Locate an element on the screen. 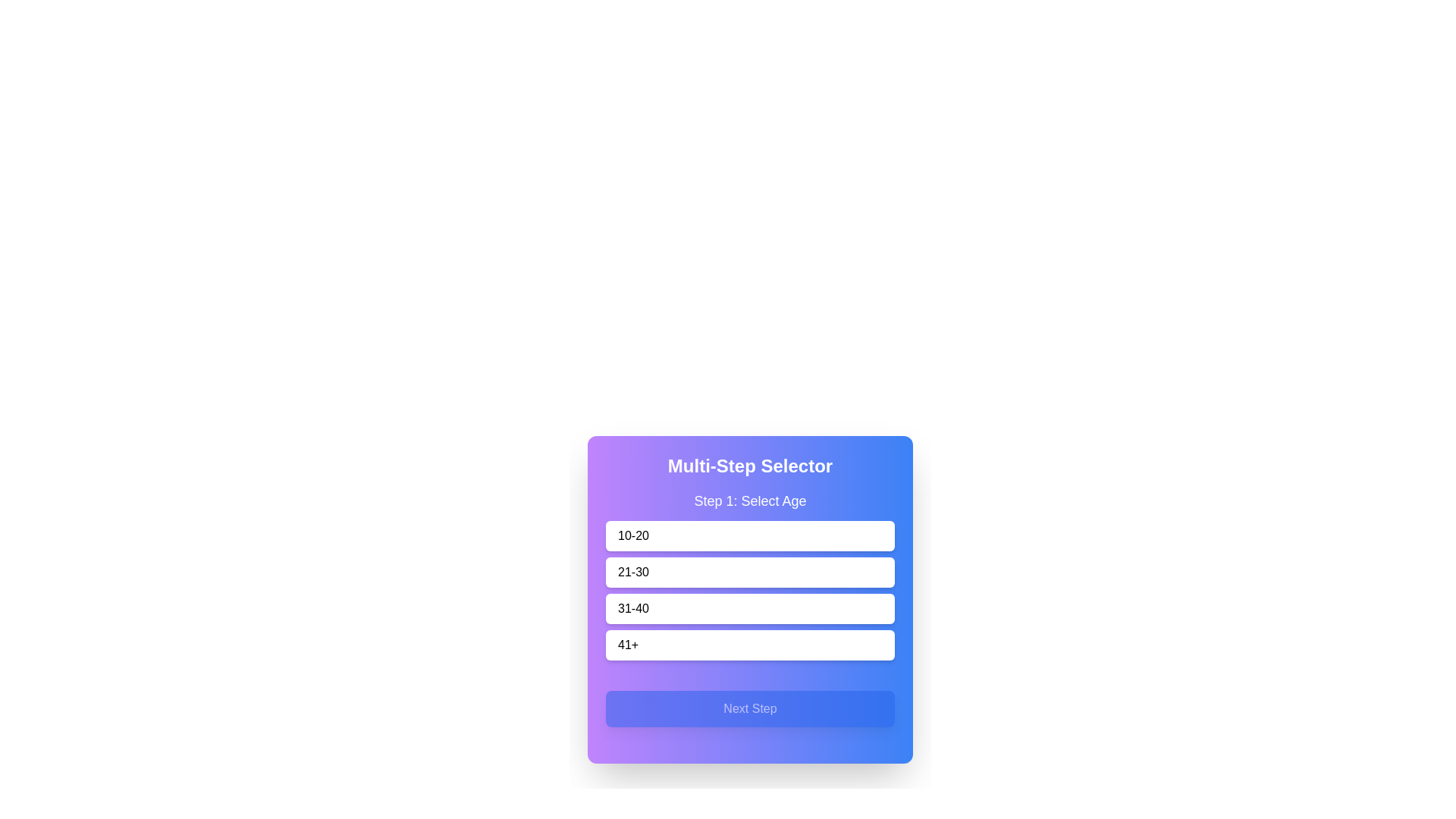 This screenshot has height=819, width=1456. the age range selection button for '10-20', which is the first option in the vertically stacked group of age range buttons is located at coordinates (750, 535).